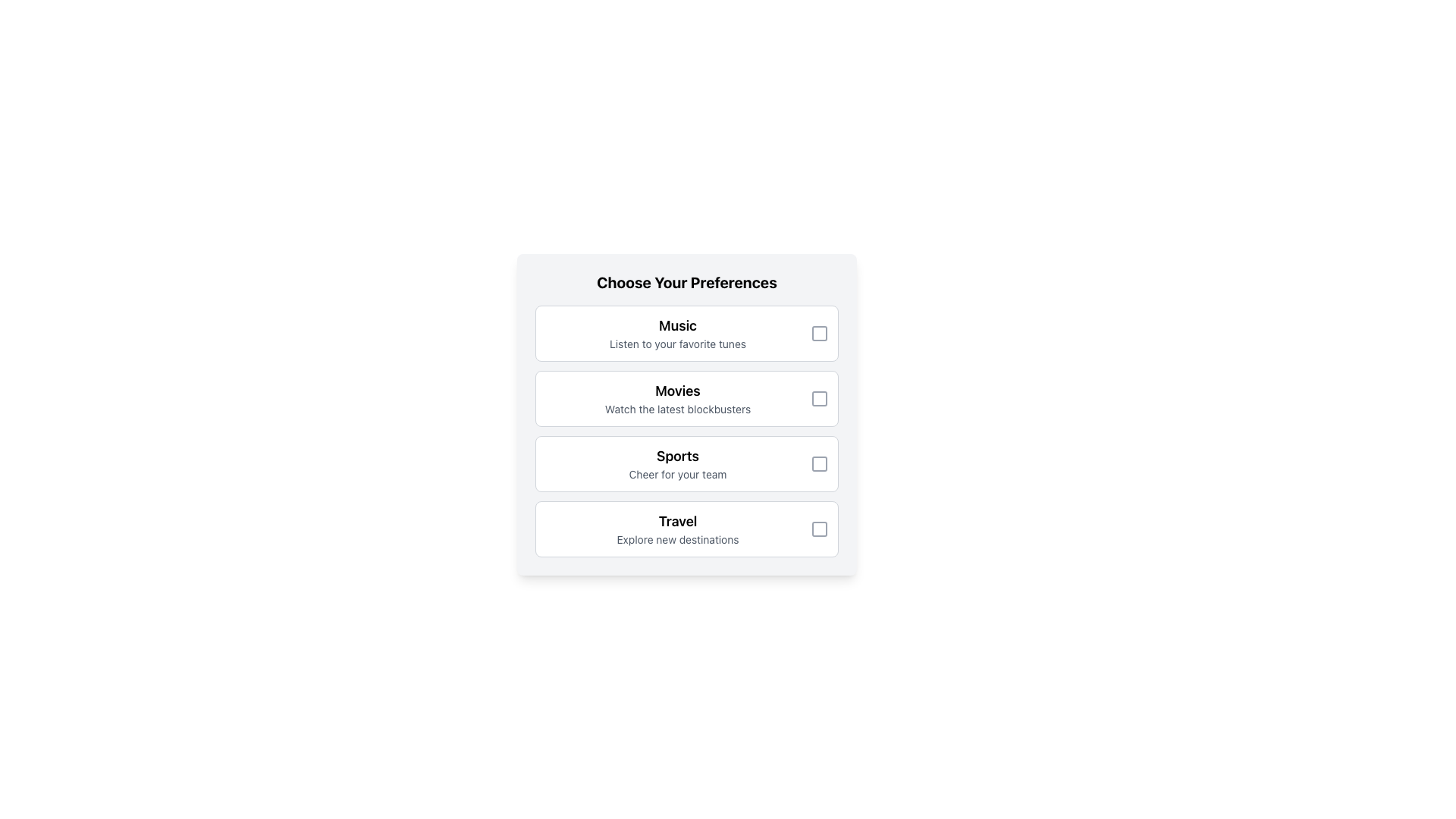  What do you see at coordinates (686, 332) in the screenshot?
I see `title and description of the 'Music' option selector checkbox located at the top of the 'Choose Your Preferences' list` at bounding box center [686, 332].